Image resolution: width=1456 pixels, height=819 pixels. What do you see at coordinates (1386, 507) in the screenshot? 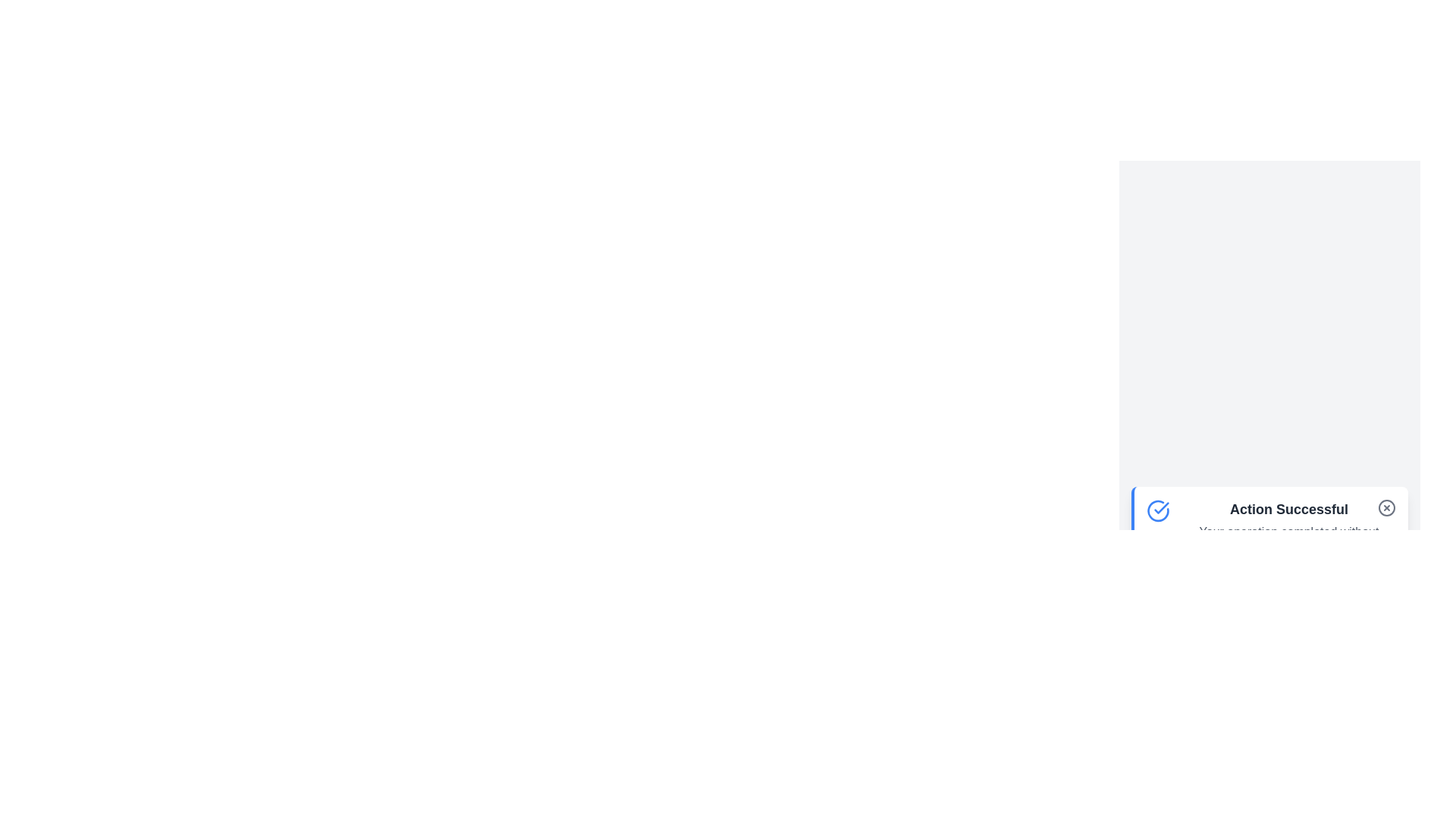
I see `the close button to dismiss the alert` at bounding box center [1386, 507].